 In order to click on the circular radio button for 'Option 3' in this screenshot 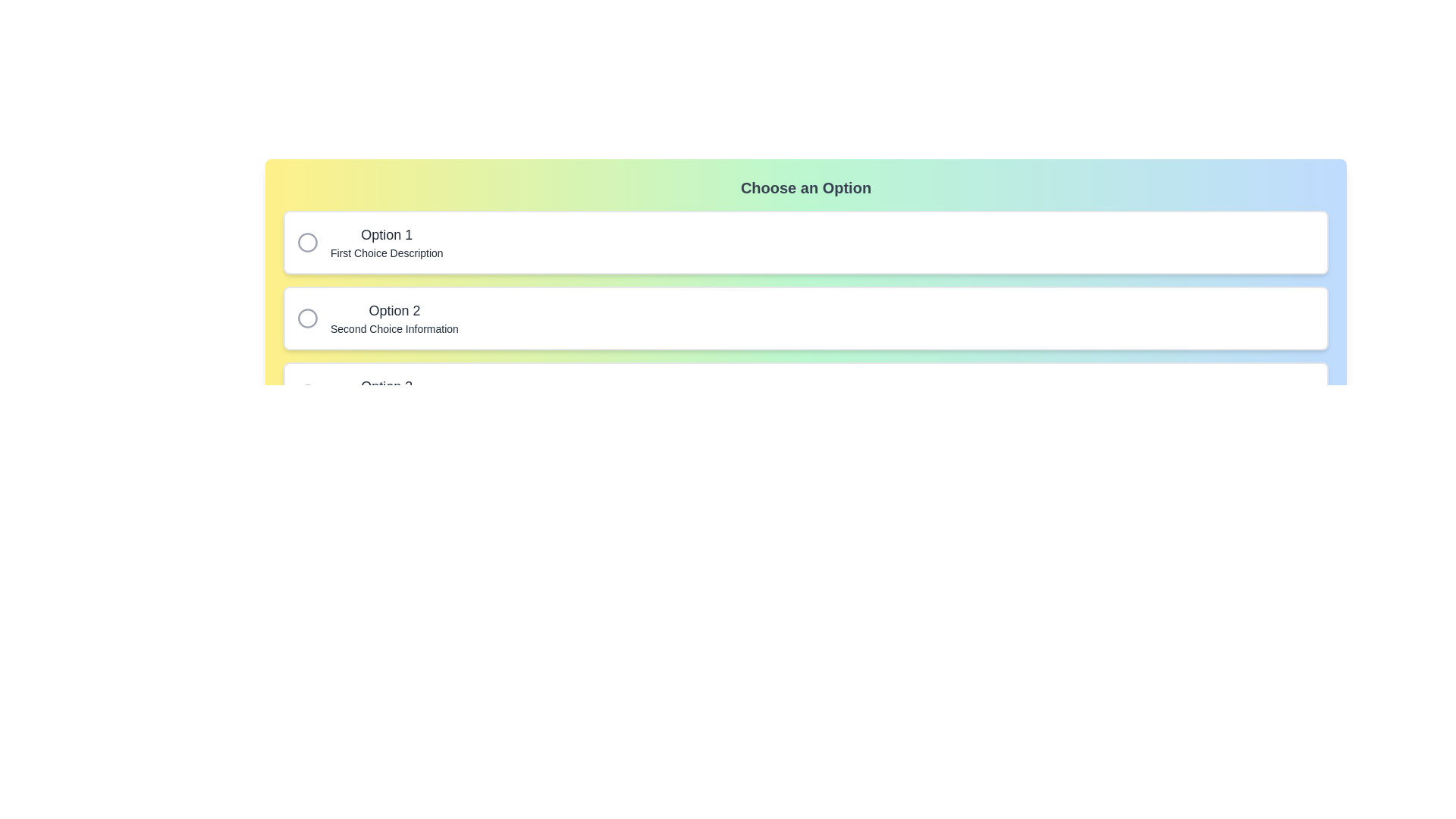, I will do `click(307, 394)`.